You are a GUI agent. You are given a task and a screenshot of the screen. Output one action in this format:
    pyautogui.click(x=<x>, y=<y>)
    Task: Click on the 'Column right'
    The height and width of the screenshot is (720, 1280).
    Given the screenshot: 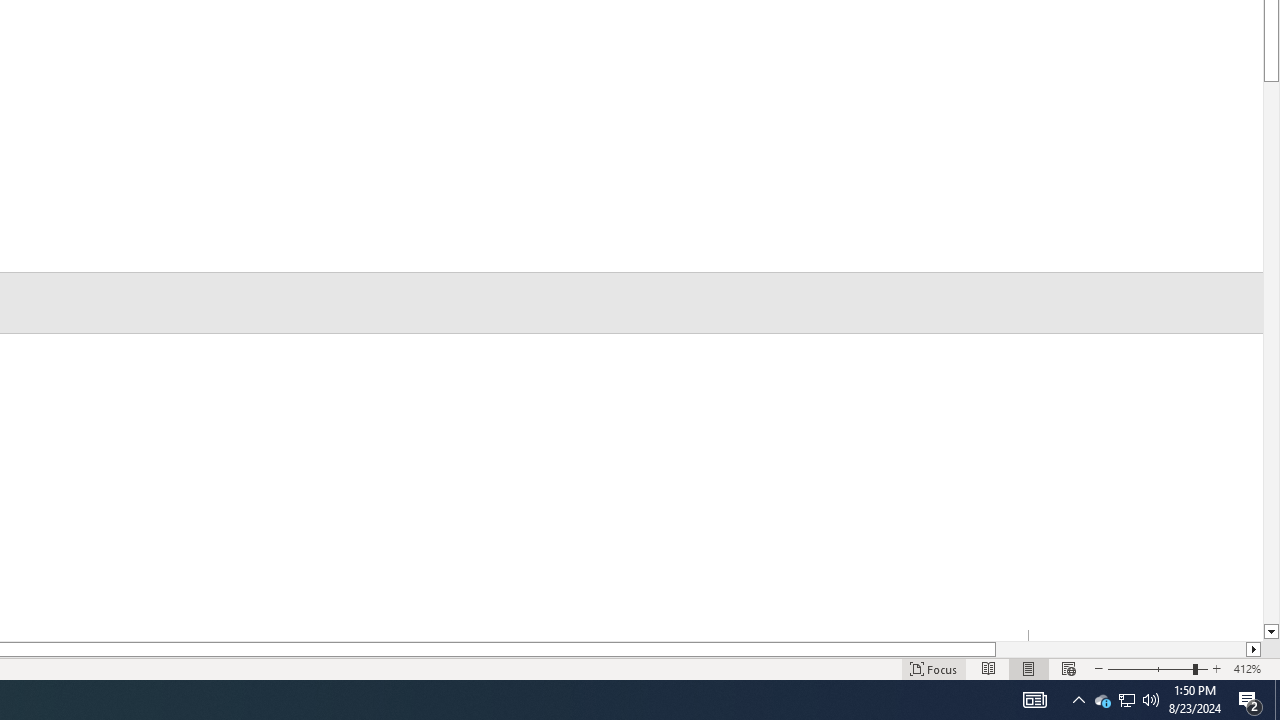 What is the action you would take?
    pyautogui.click(x=1253, y=649)
    